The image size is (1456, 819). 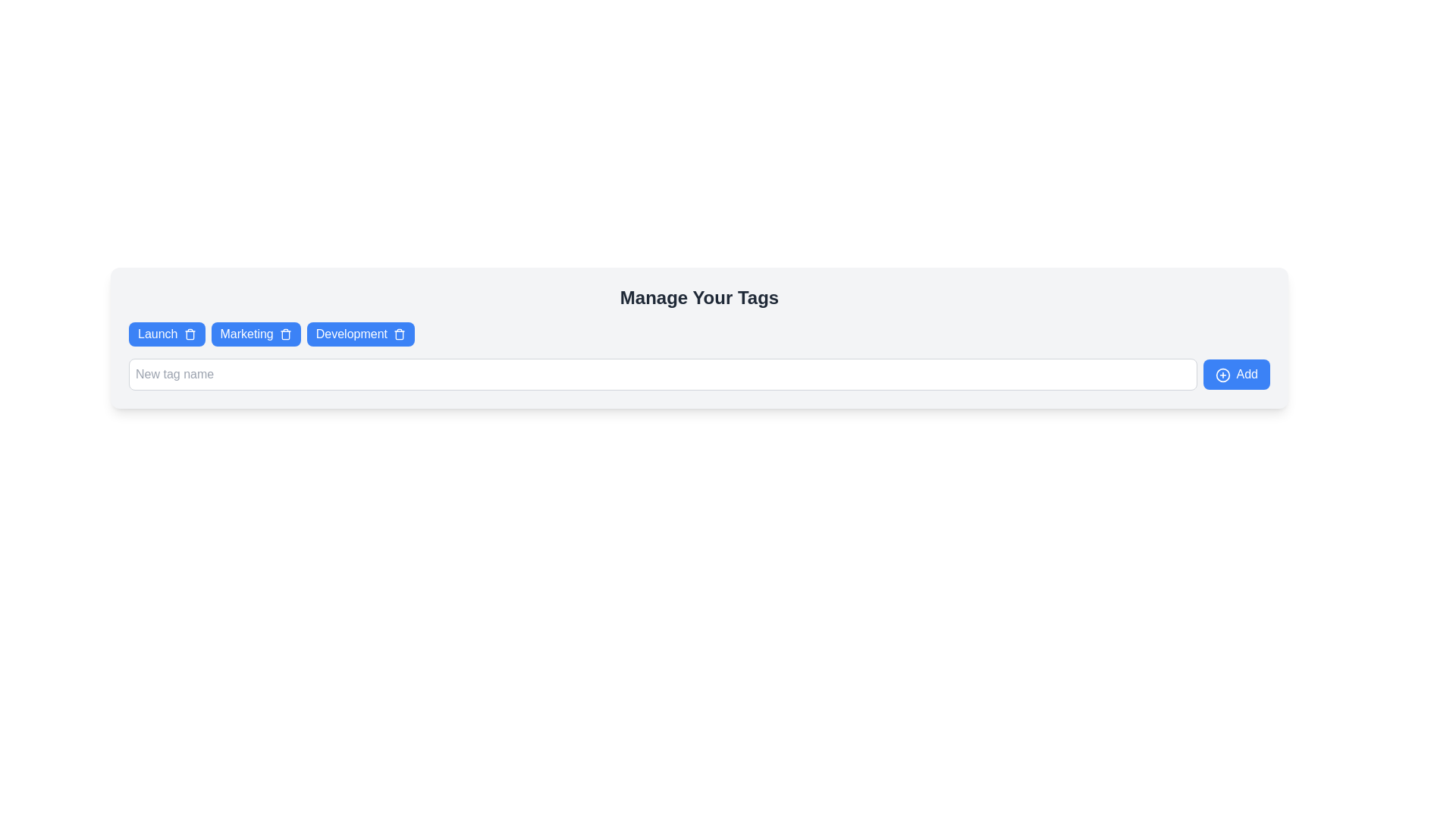 What do you see at coordinates (285, 333) in the screenshot?
I see `the delete button, represented by a trash bin icon with a blue background and white border, located to the right of the 'Marketing' tag` at bounding box center [285, 333].